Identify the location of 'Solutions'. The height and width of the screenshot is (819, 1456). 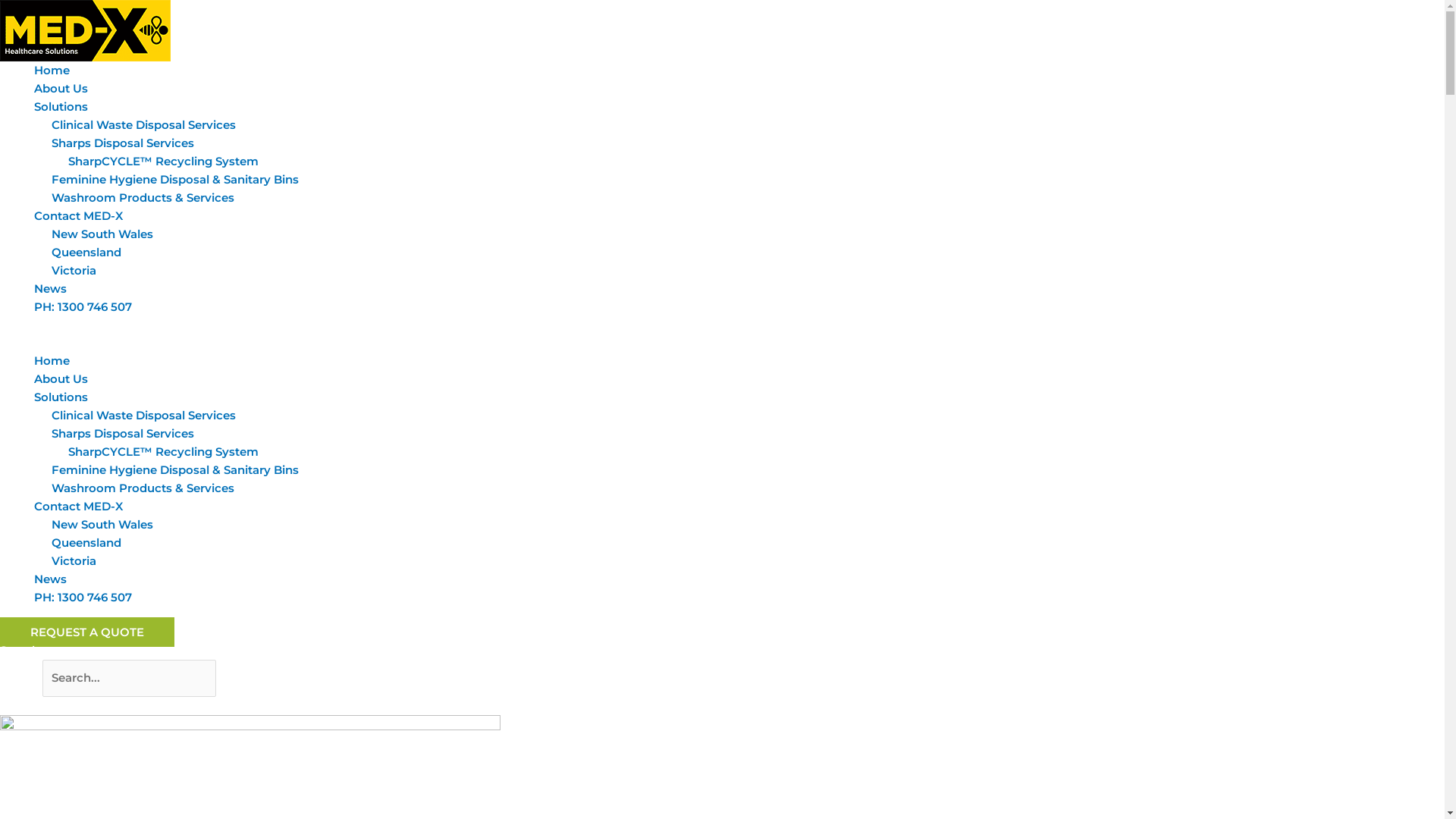
(61, 396).